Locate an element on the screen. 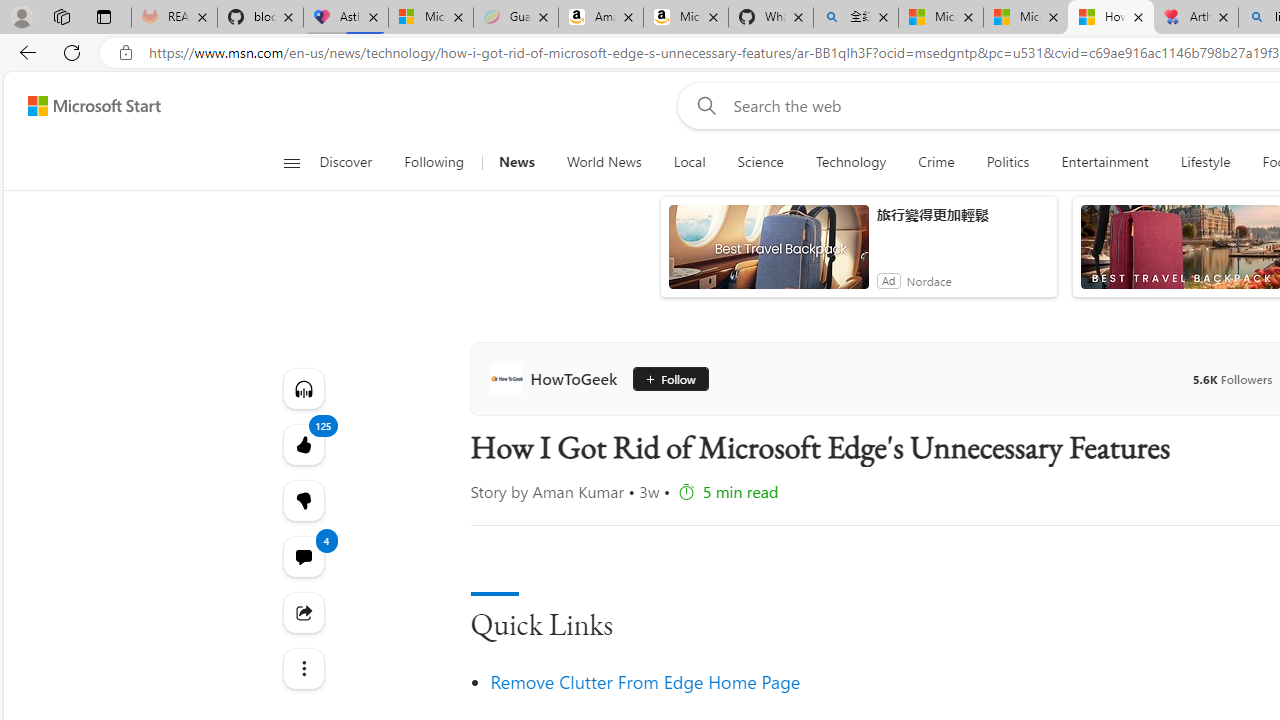 The height and width of the screenshot is (720, 1280). 'Technology' is located at coordinates (851, 162).